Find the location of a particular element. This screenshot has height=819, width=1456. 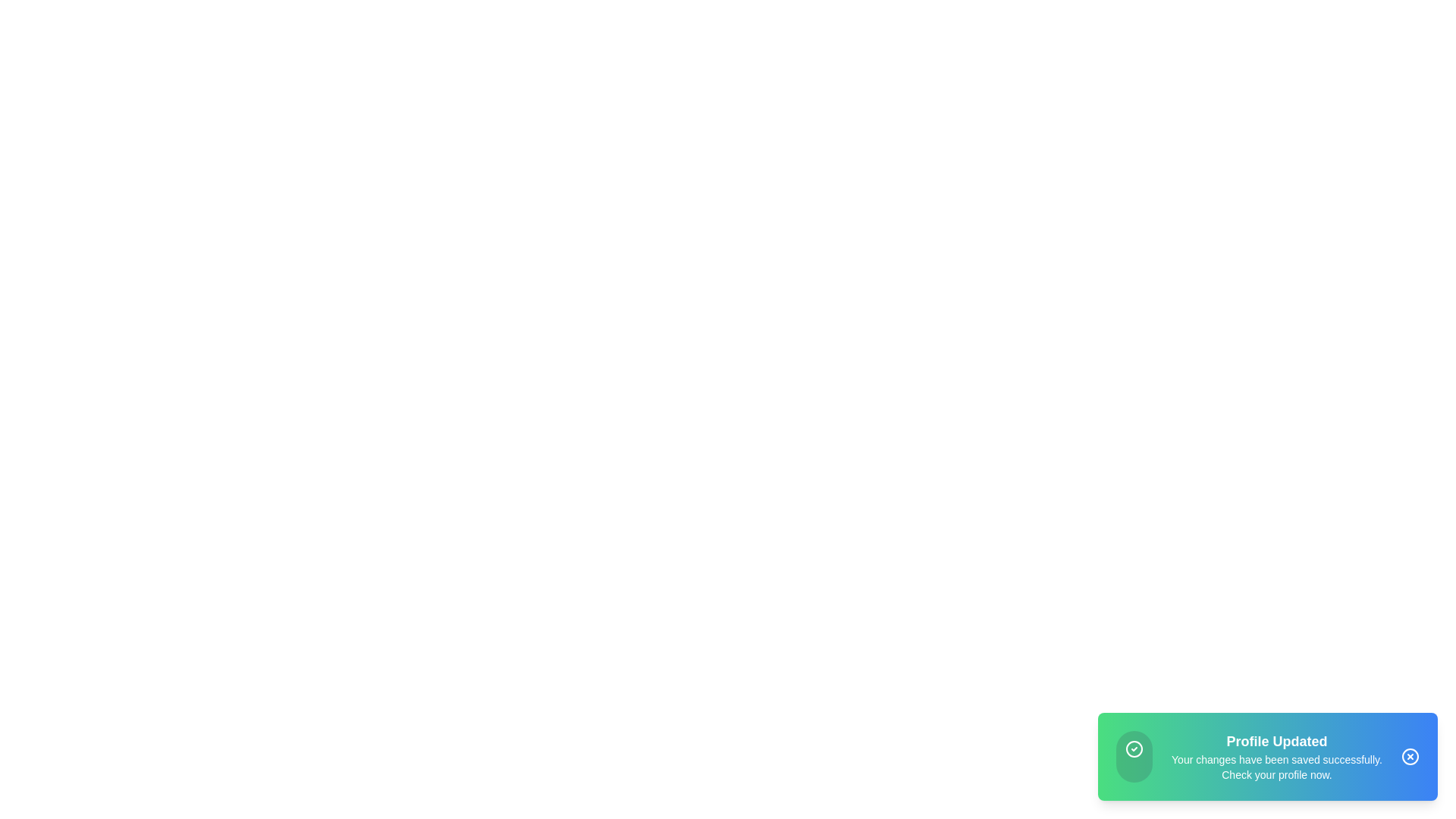

the close button of the notification to close it is located at coordinates (1410, 757).